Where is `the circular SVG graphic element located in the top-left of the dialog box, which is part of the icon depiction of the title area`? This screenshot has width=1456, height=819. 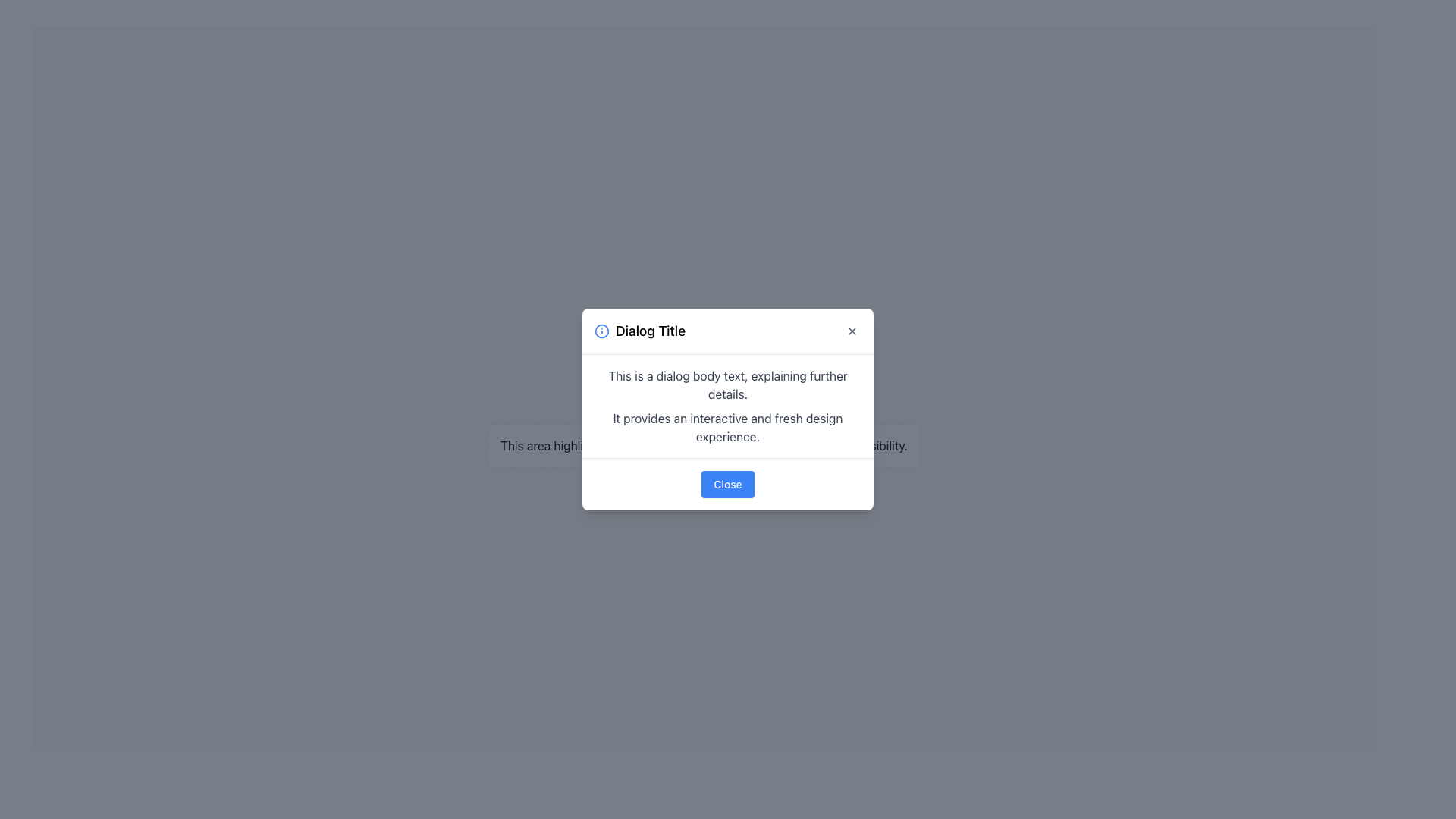 the circular SVG graphic element located in the top-left of the dialog box, which is part of the icon depiction of the title area is located at coordinates (601, 330).